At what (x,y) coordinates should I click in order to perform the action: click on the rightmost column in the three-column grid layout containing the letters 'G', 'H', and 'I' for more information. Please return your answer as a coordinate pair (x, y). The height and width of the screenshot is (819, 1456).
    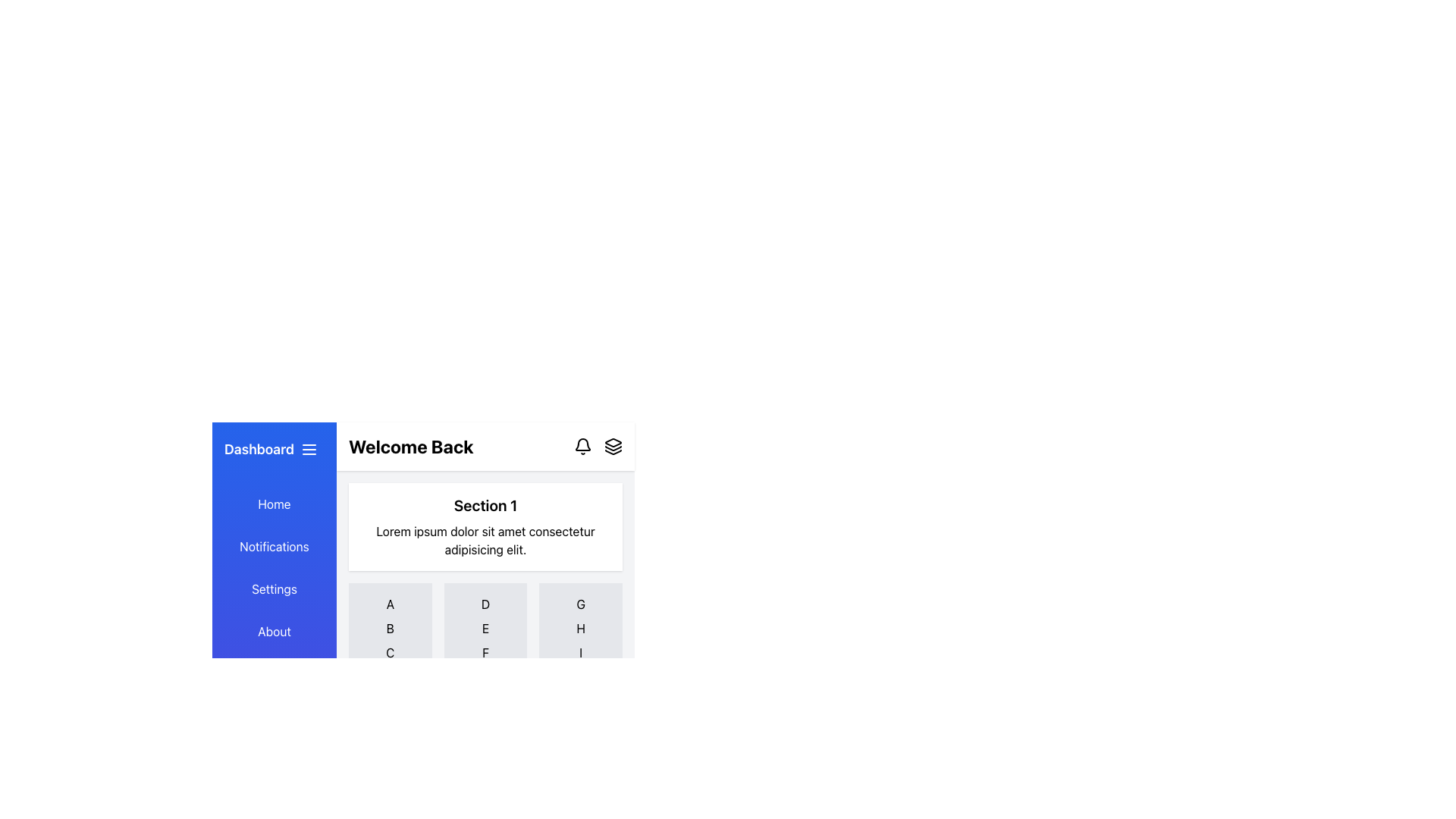
    Looking at the image, I should click on (580, 632).